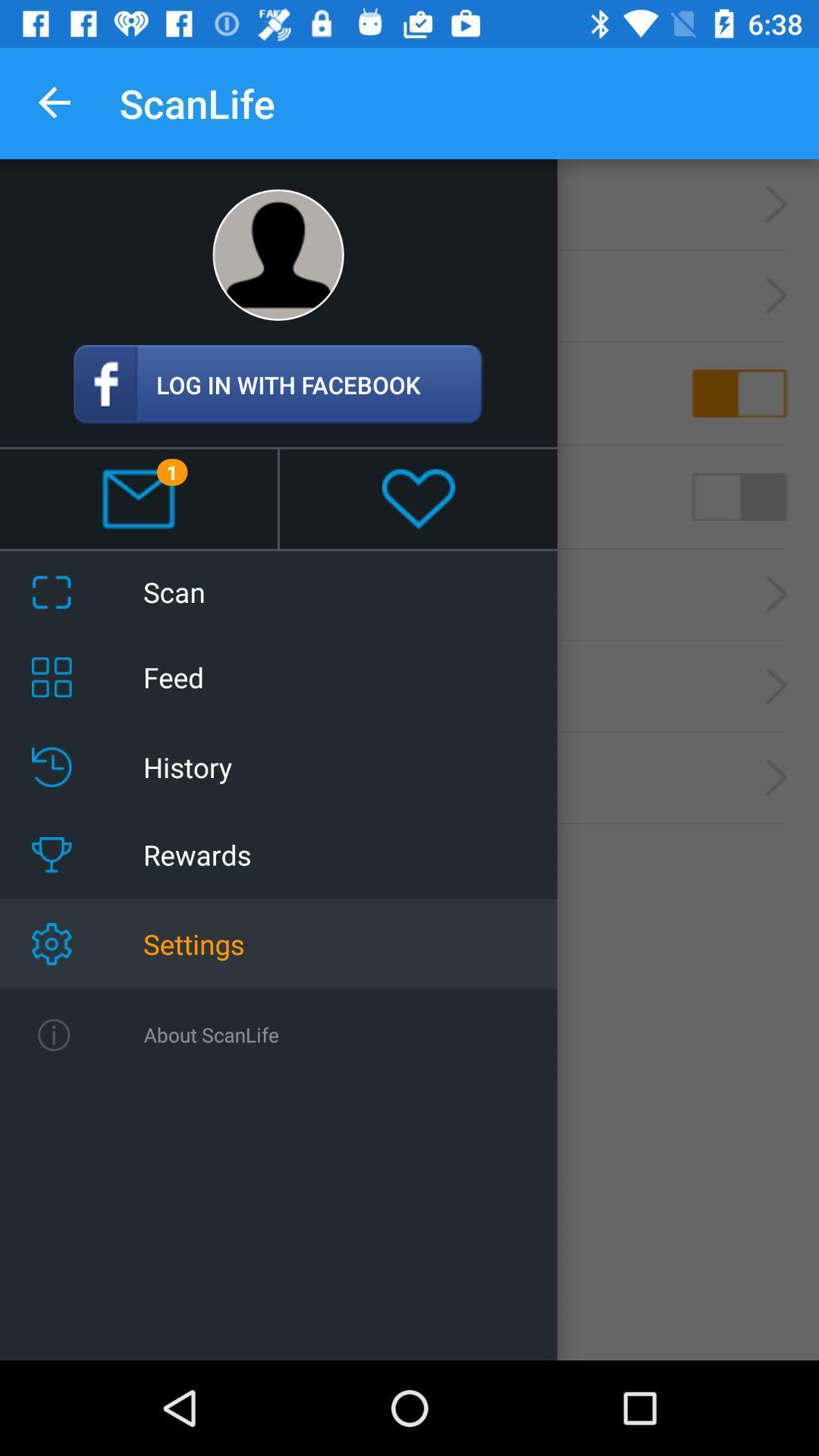  Describe the element at coordinates (418, 499) in the screenshot. I see `the heart emoji symbol below the login with facebook icon` at that location.